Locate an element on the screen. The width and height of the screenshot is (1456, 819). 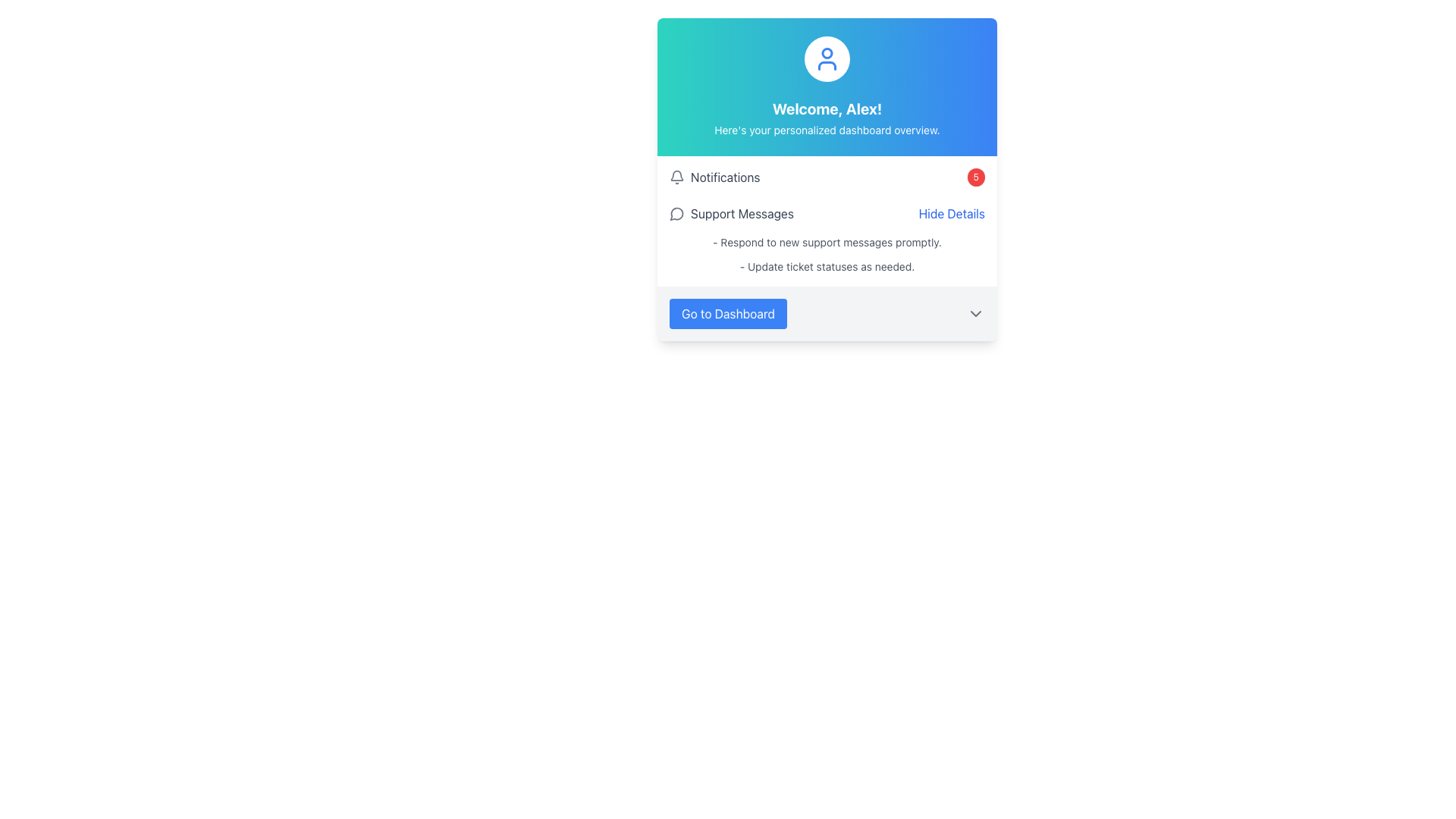
the Interactive Text Link located at the center-right of the 'Support Messages' section is located at coordinates (951, 213).